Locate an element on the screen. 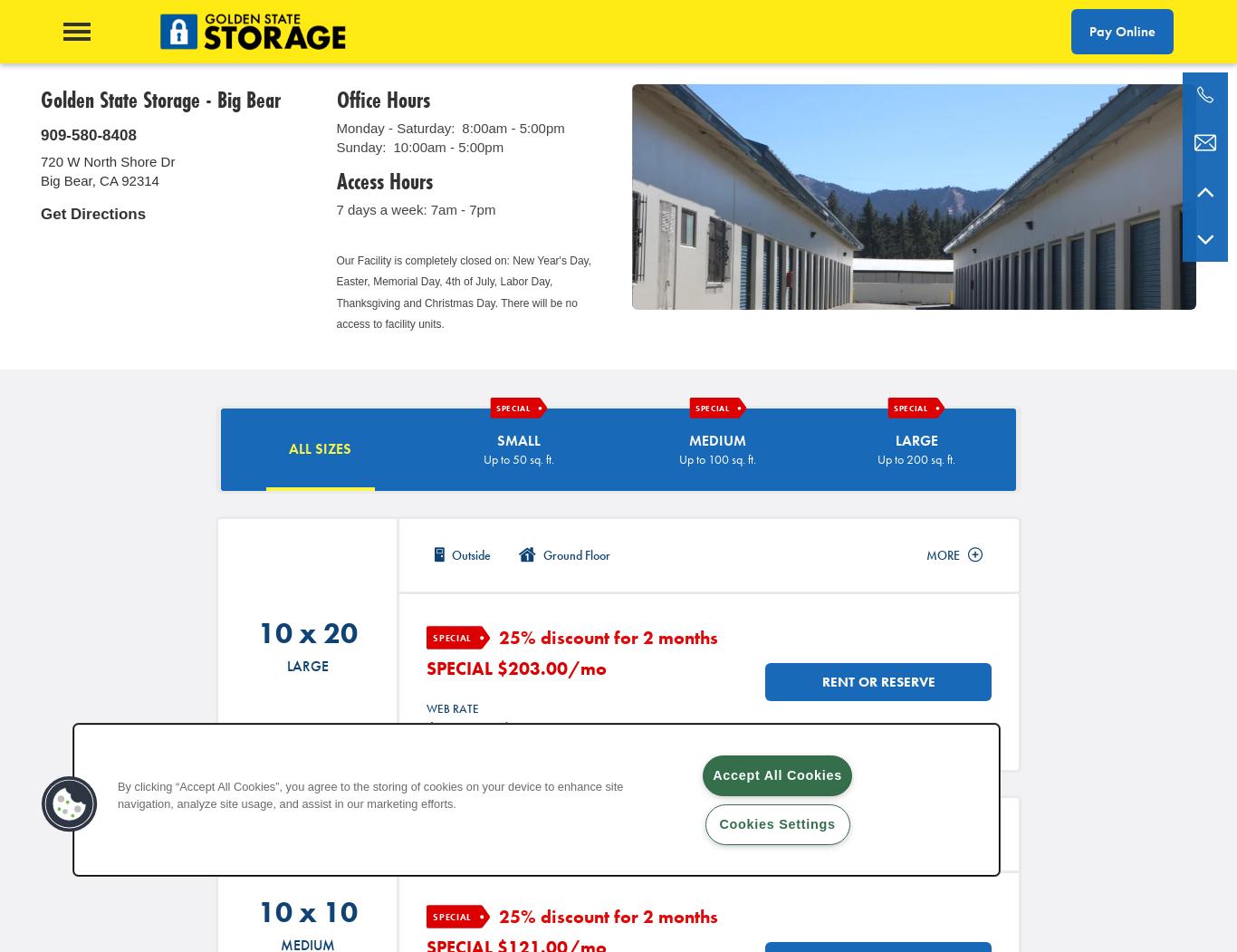 This screenshot has width=1237, height=952. 'CA' is located at coordinates (109, 179).